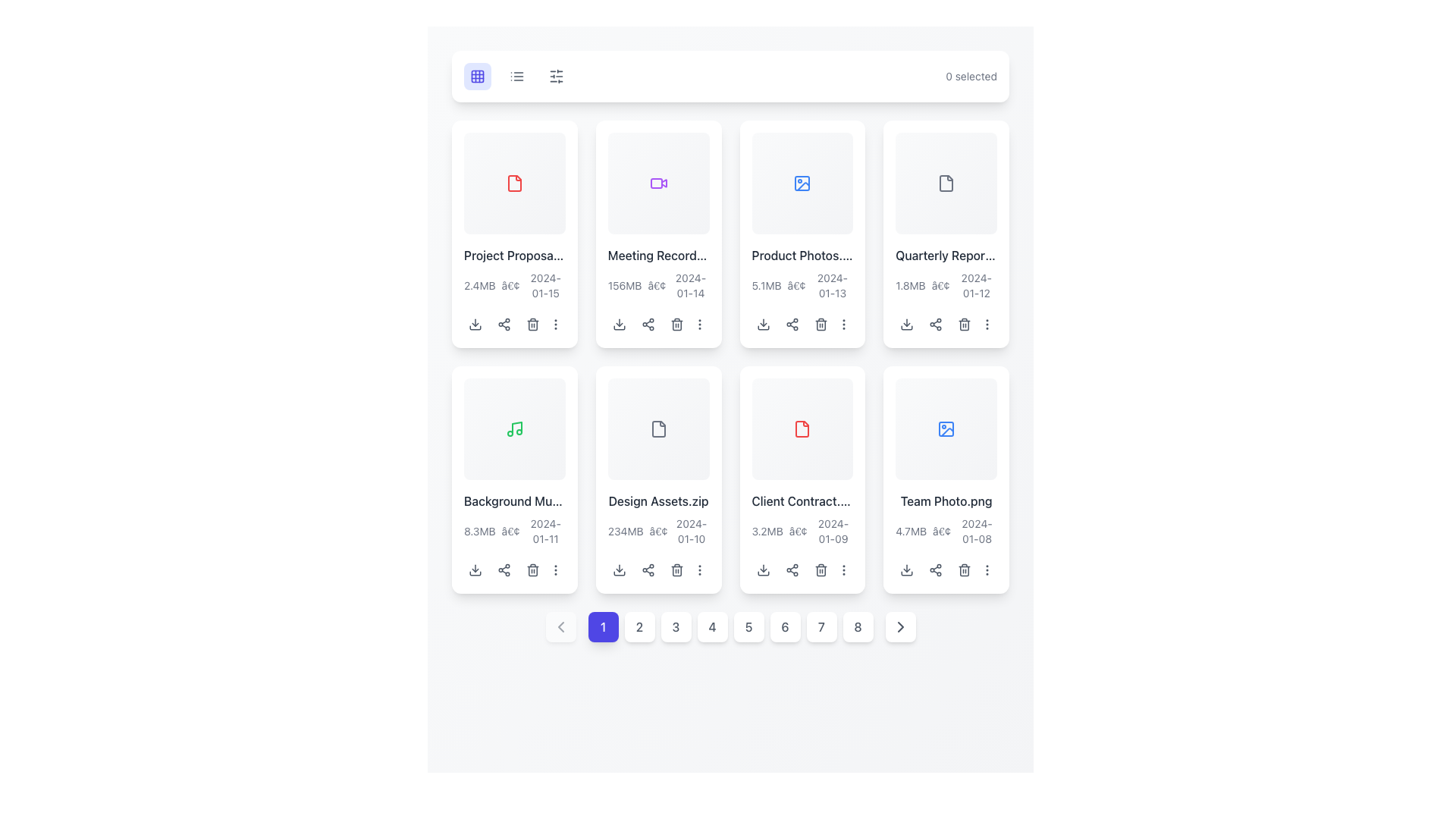 This screenshot has height=819, width=1456. I want to click on the static text label displaying the creation or modification date located in the third tile of the top row, below 'Product Photos' and adjacent to '5.1MB', so click(831, 285).